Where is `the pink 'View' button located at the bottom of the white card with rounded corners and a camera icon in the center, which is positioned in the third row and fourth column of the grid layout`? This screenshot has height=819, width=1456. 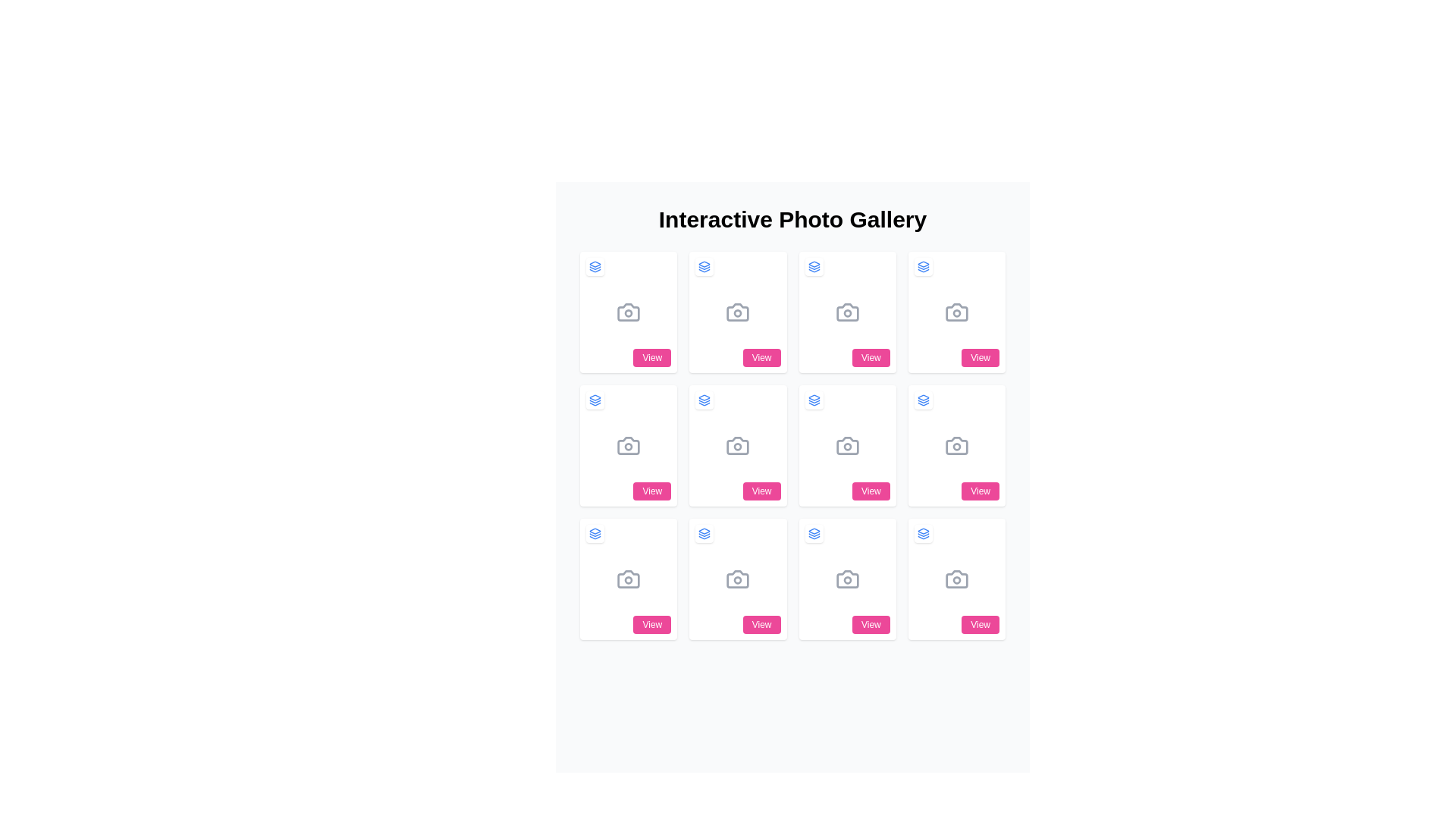 the pink 'View' button located at the bottom of the white card with rounded corners and a camera icon in the center, which is positioned in the third row and fourth column of the grid layout is located at coordinates (955, 444).